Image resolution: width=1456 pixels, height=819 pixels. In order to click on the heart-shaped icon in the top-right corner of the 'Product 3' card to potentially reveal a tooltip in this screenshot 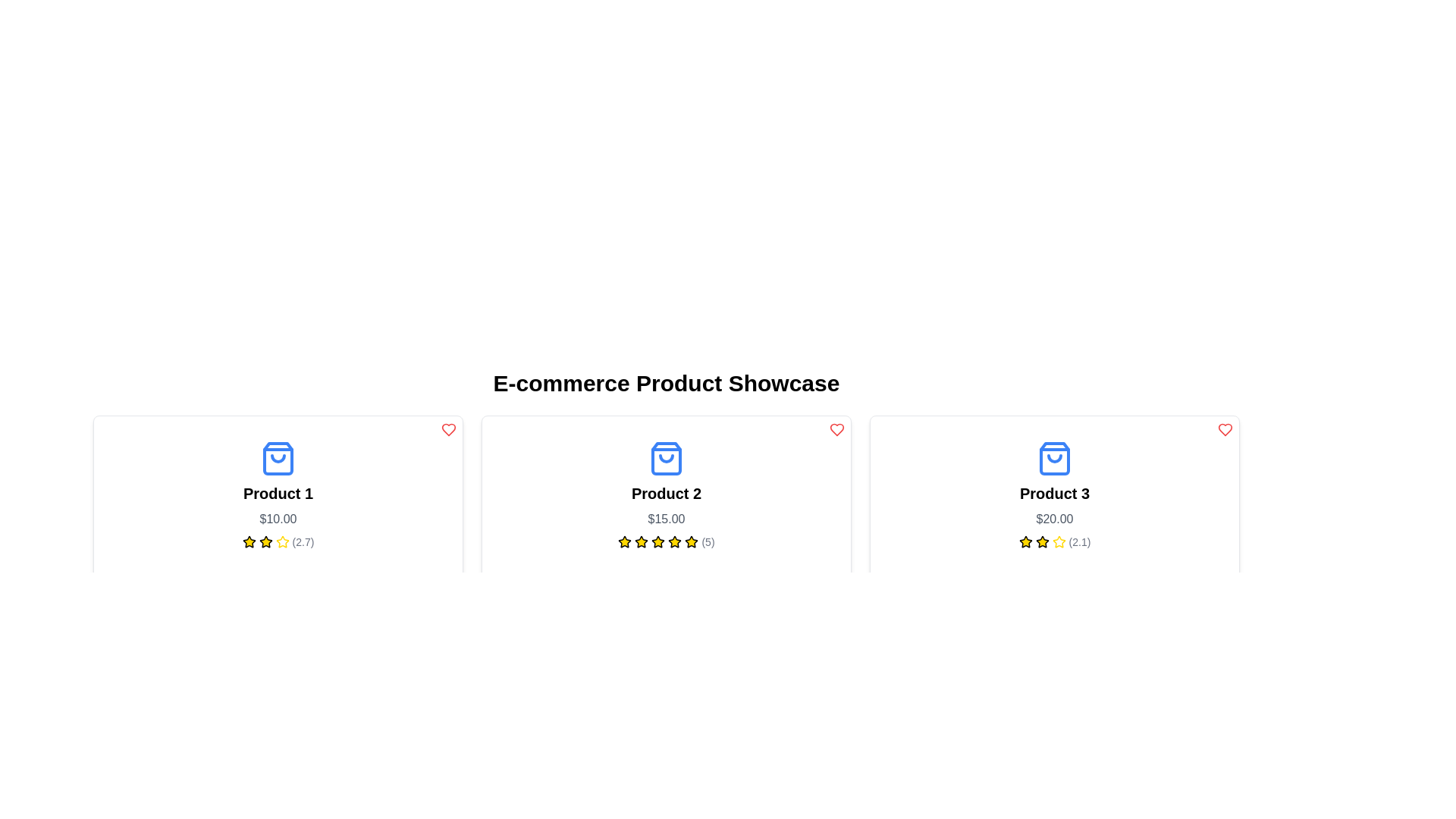, I will do `click(447, 430)`.